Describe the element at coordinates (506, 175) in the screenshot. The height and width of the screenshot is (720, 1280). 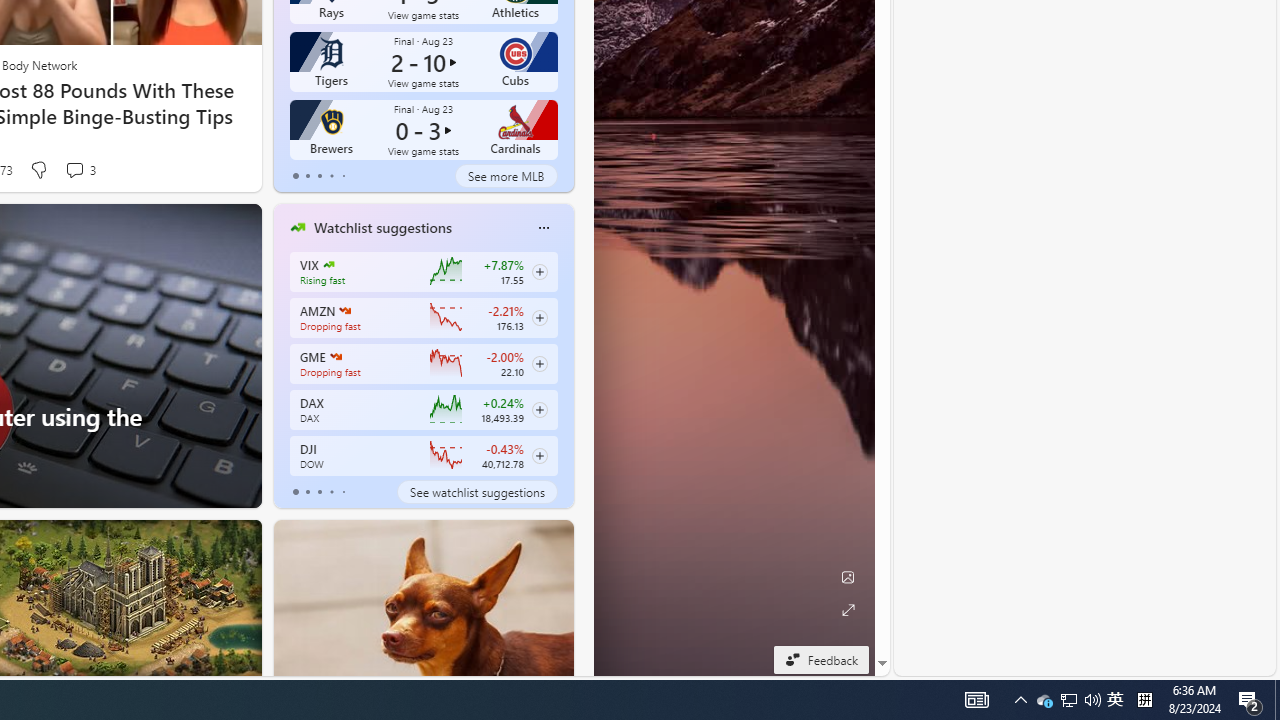
I see `'See more MLB'` at that location.